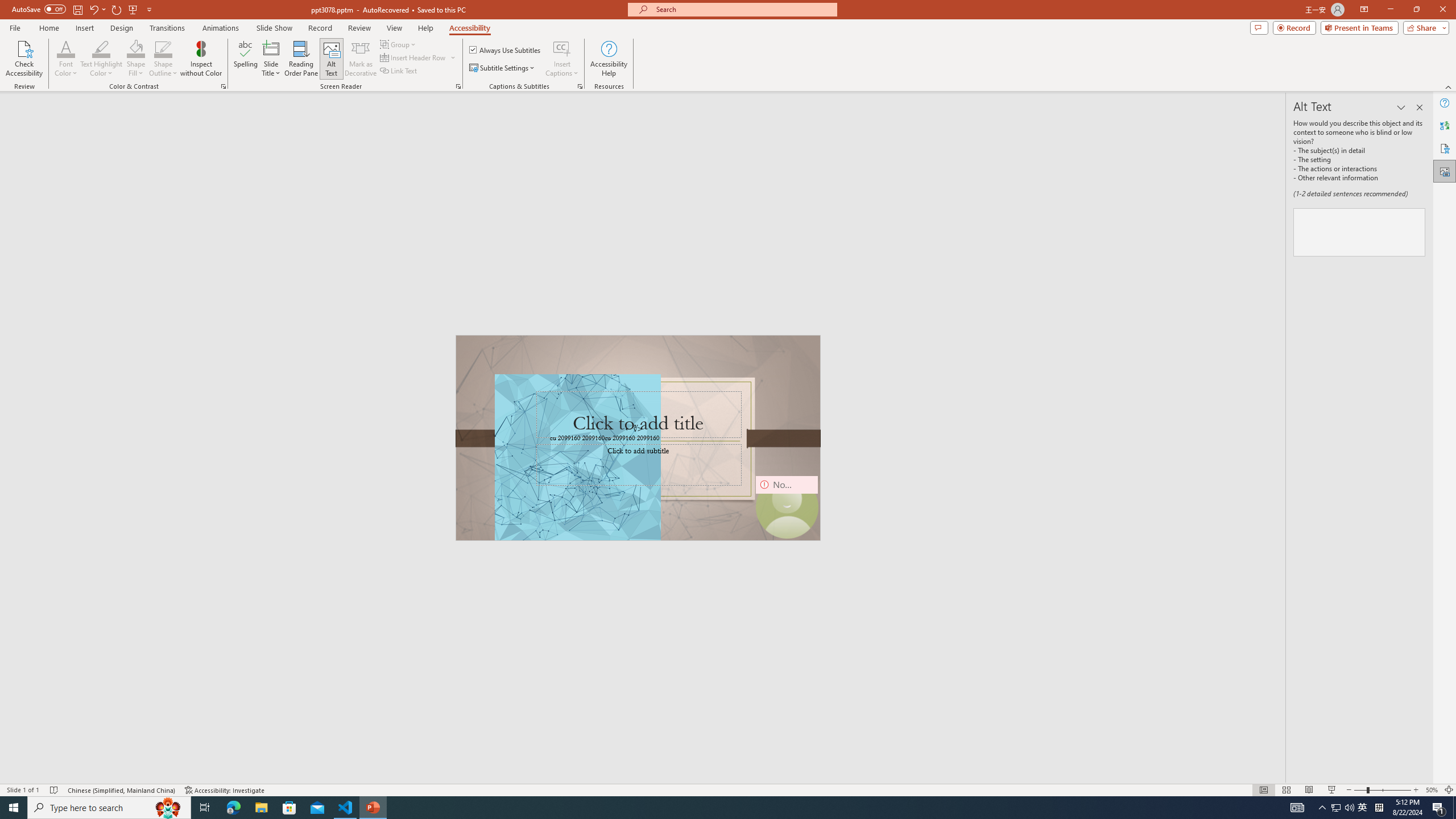  I want to click on 'Insert Header Row', so click(418, 56).